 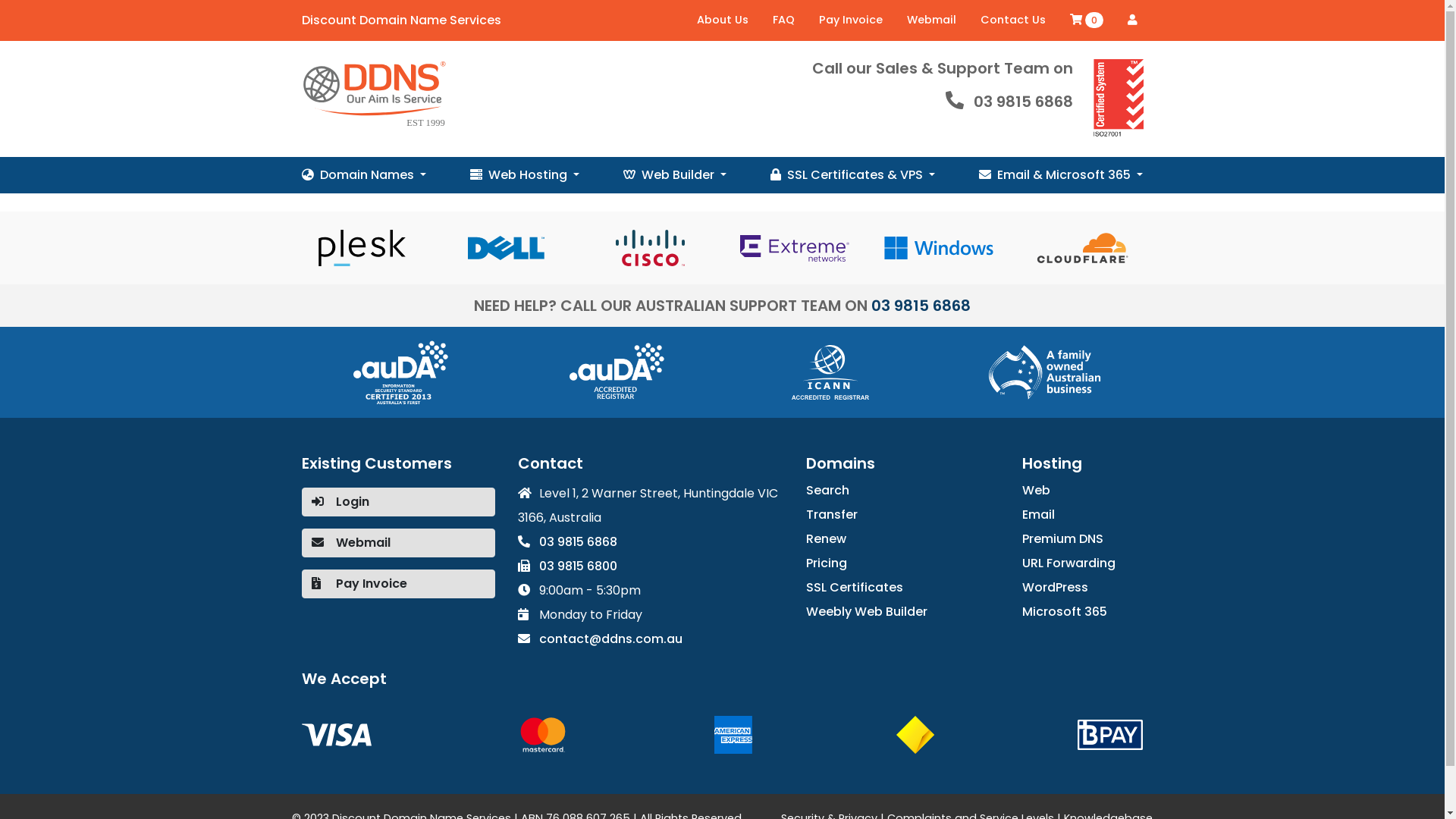 I want to click on 'URL Forwarding', so click(x=1081, y=563).